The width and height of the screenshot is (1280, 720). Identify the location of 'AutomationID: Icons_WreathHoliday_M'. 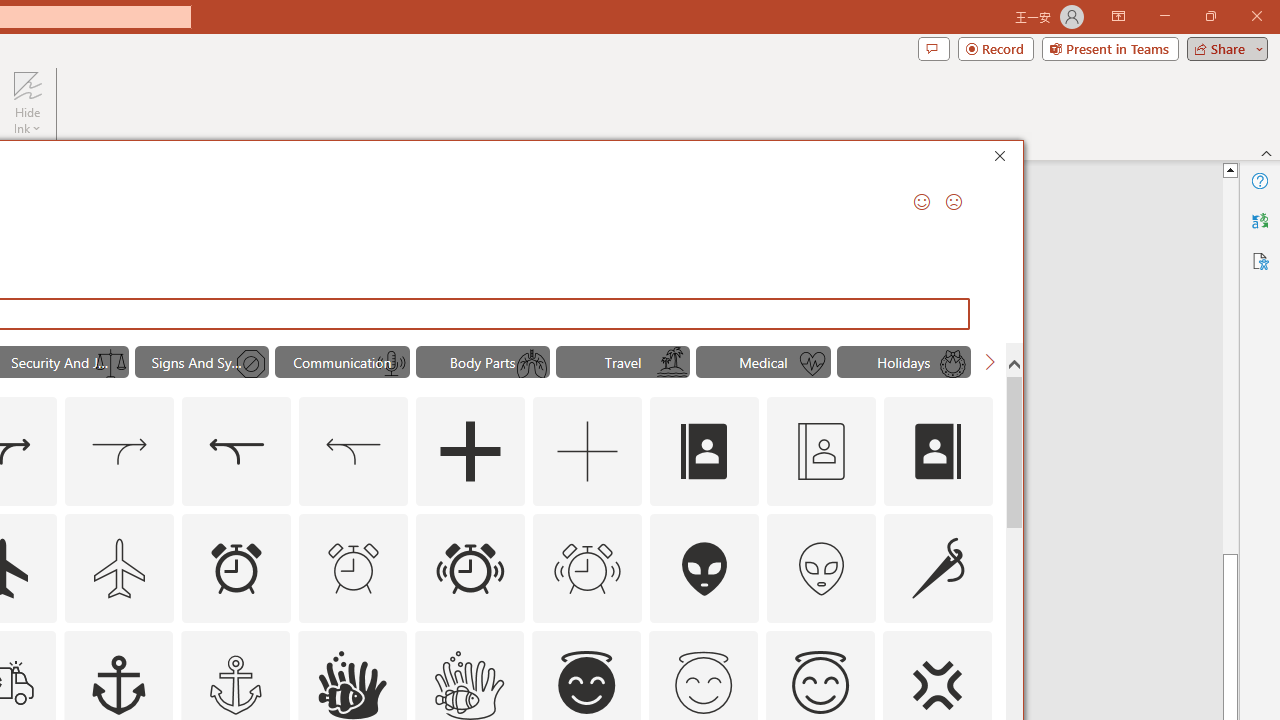
(951, 364).